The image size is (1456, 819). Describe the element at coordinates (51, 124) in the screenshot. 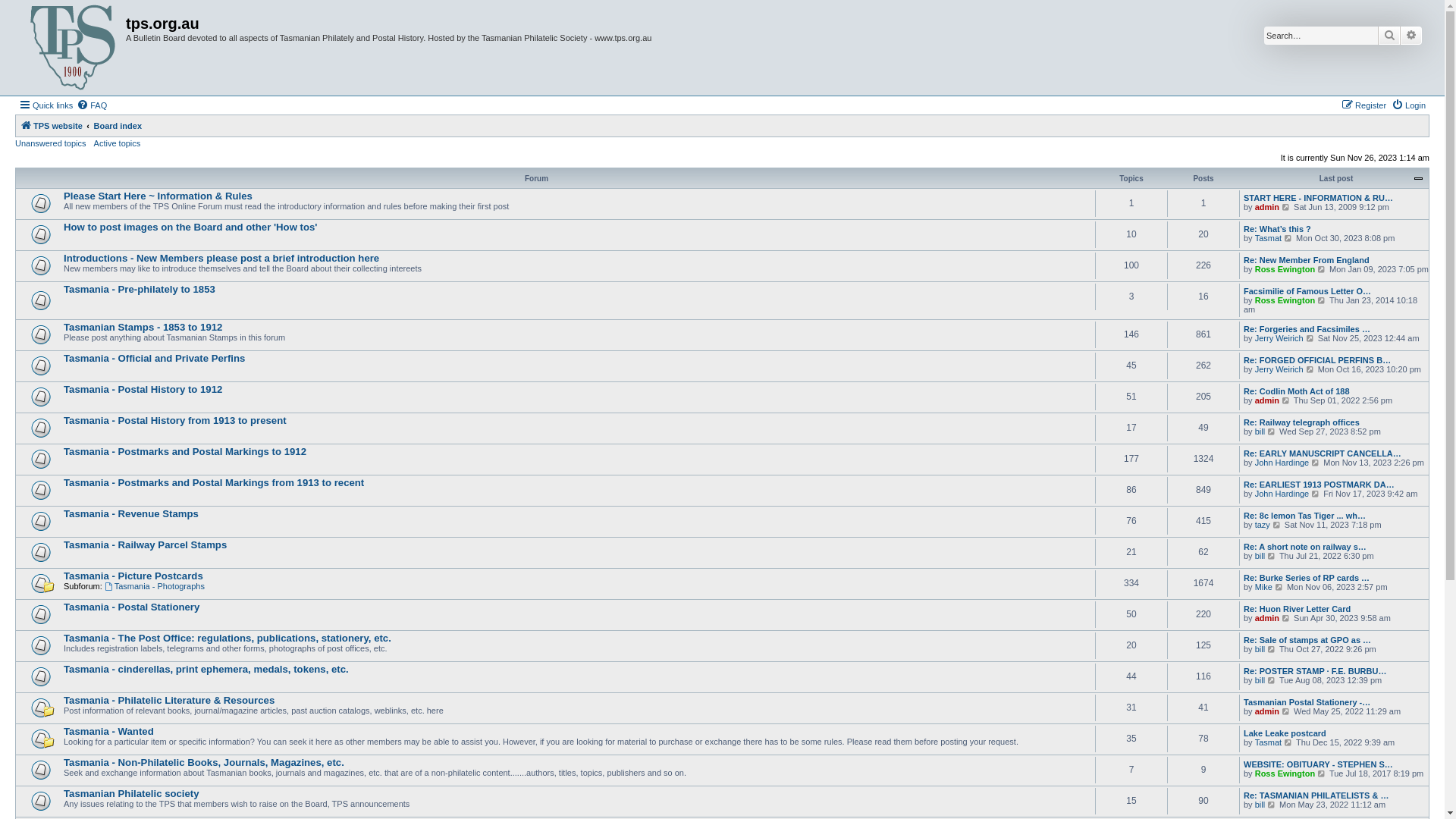

I see `'TPS website'` at that location.